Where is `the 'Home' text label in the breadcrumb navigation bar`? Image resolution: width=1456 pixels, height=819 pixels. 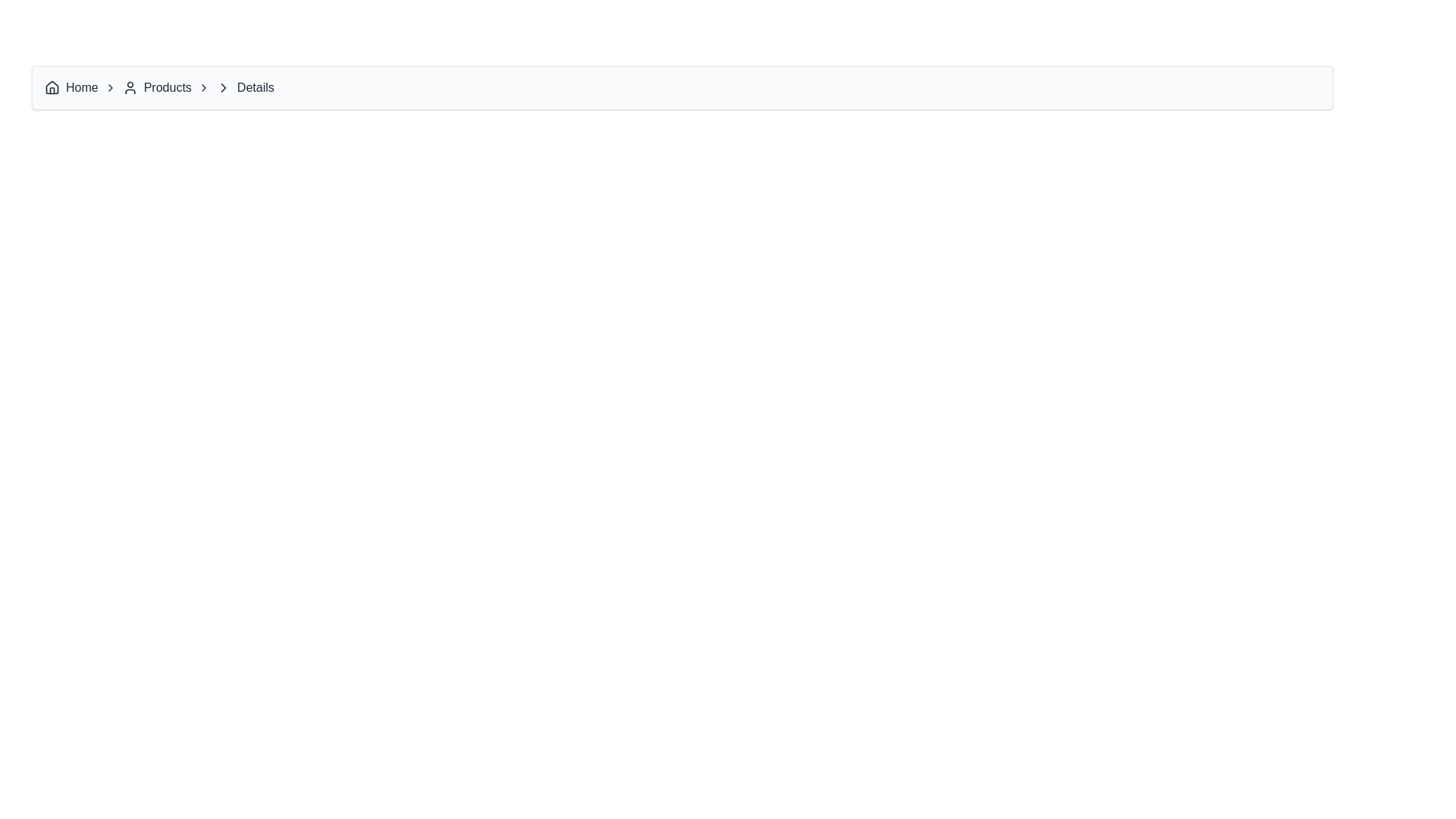
the 'Home' text label in the breadcrumb navigation bar is located at coordinates (81, 87).